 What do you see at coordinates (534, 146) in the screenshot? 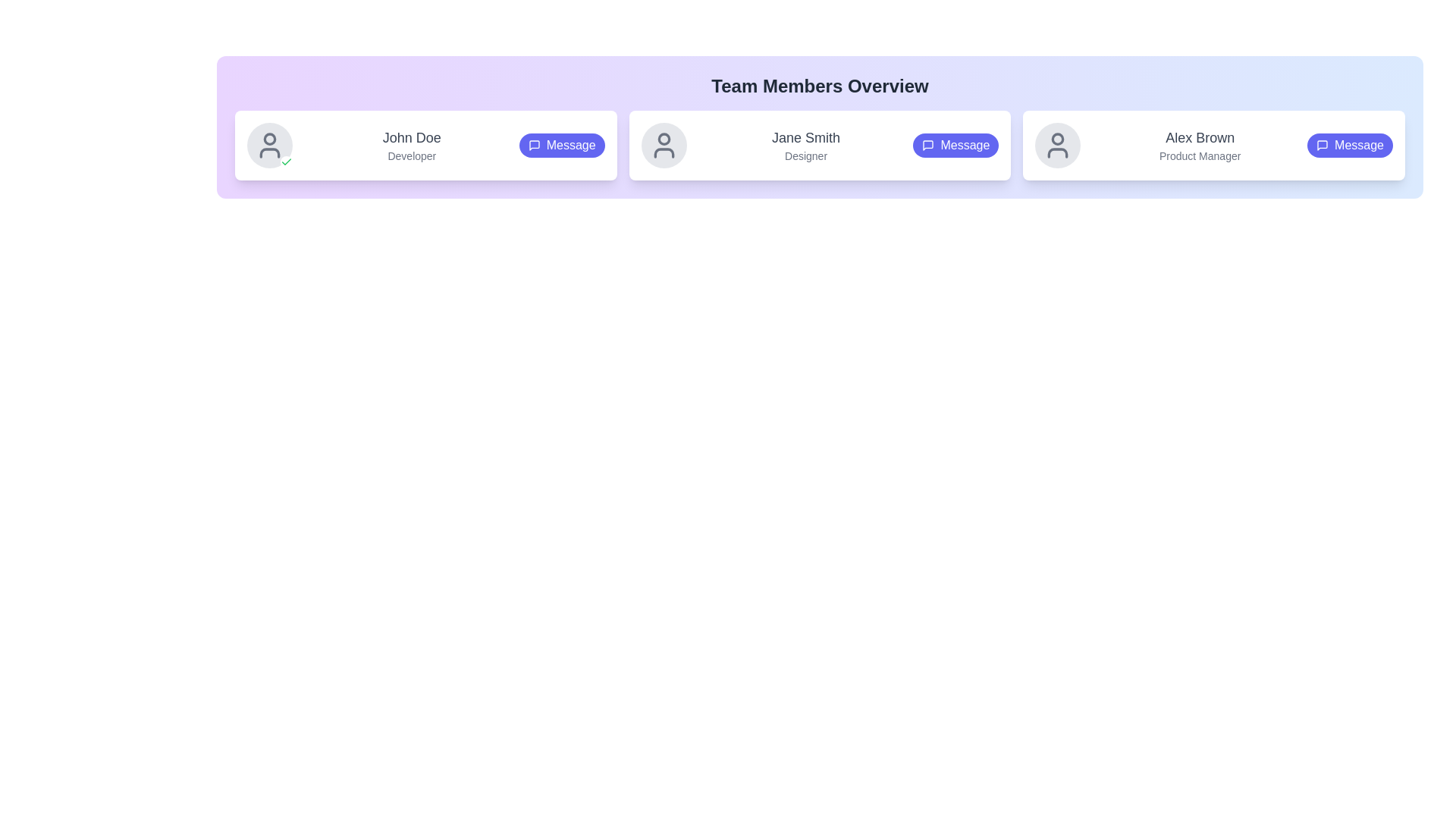
I see `the messaging icon resembling a speech bubble located on the rightmost portion of the 'Message' button in the first card about 'John Doe'` at bounding box center [534, 146].